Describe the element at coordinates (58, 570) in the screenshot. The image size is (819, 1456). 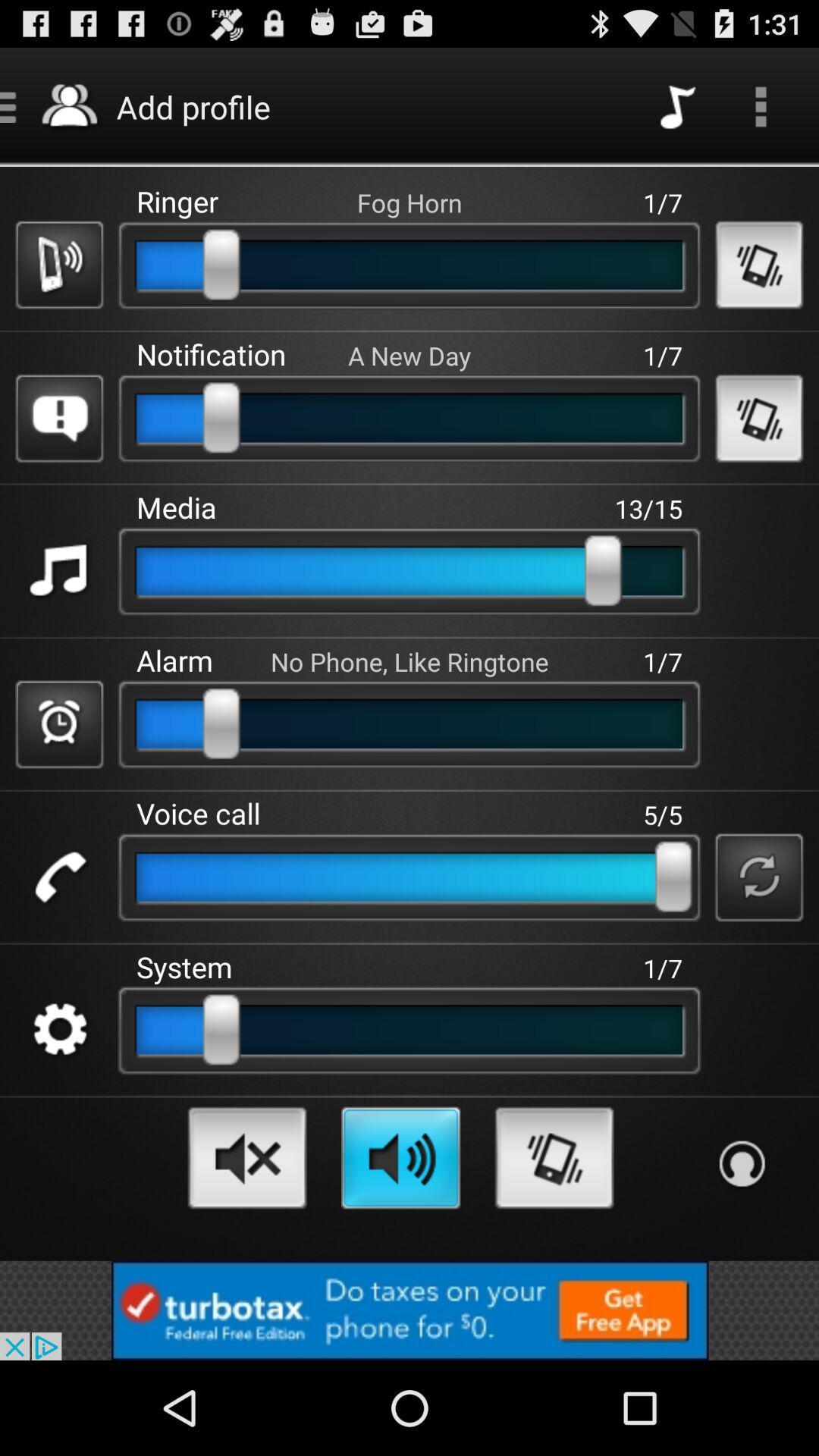
I see `music` at that location.